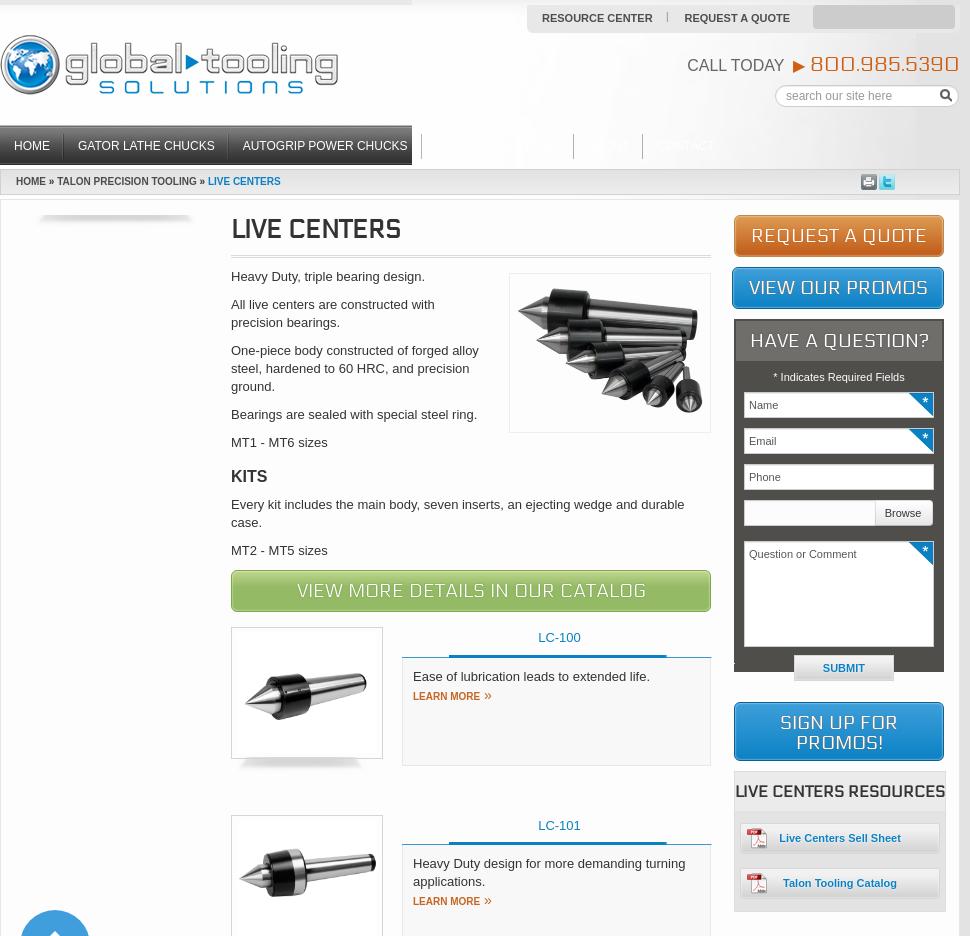 The width and height of the screenshot is (970, 936). Describe the element at coordinates (497, 146) in the screenshot. I see `'Custom Solutions'` at that location.